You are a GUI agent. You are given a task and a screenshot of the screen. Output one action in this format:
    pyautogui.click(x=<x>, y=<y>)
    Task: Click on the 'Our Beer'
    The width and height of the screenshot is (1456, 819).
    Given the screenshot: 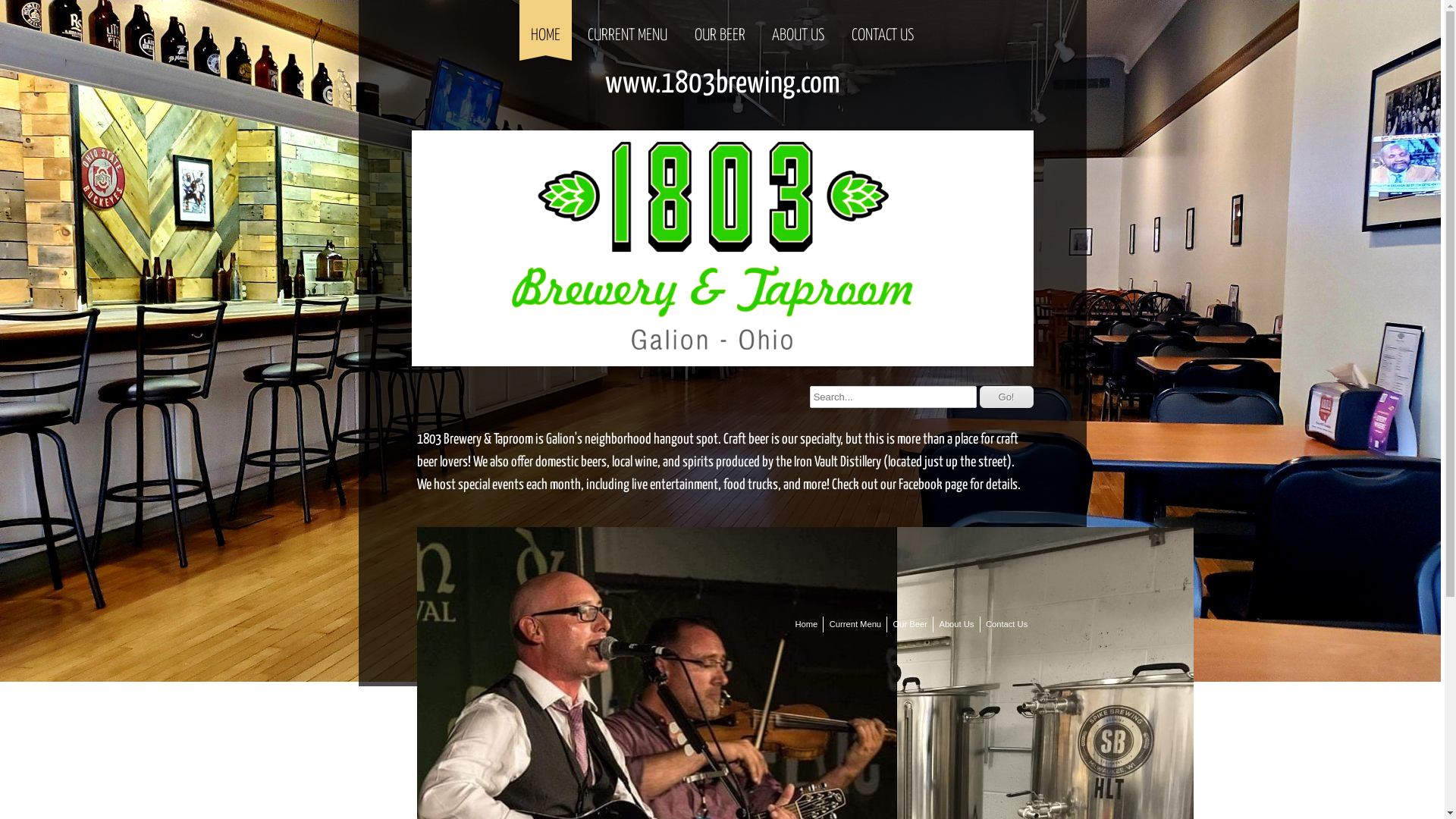 What is the action you would take?
    pyautogui.click(x=910, y=624)
    